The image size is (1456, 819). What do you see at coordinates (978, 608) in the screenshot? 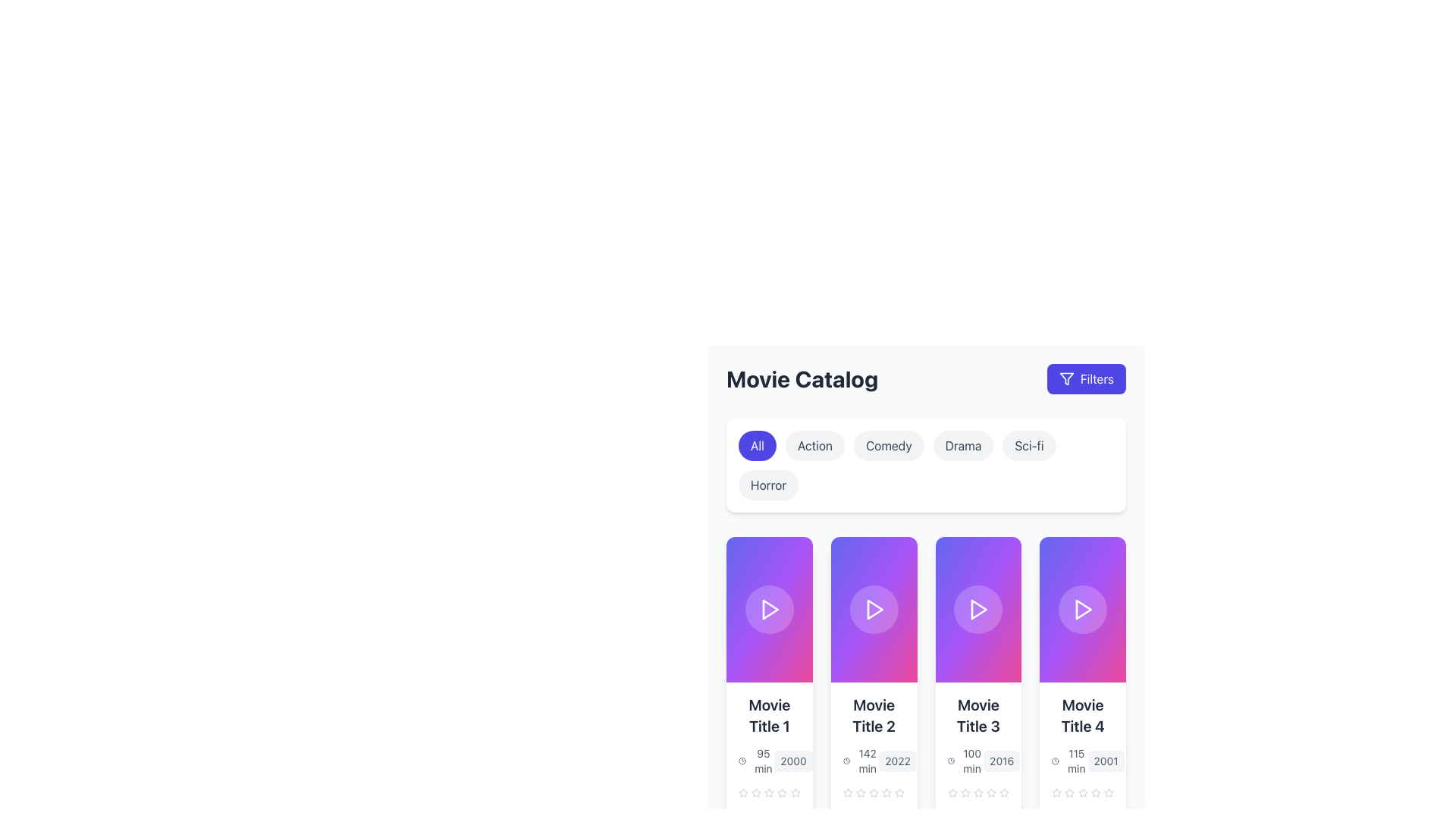
I see `the play button located in the center of the third movie card labeled 'Movie Title 3'` at bounding box center [978, 608].